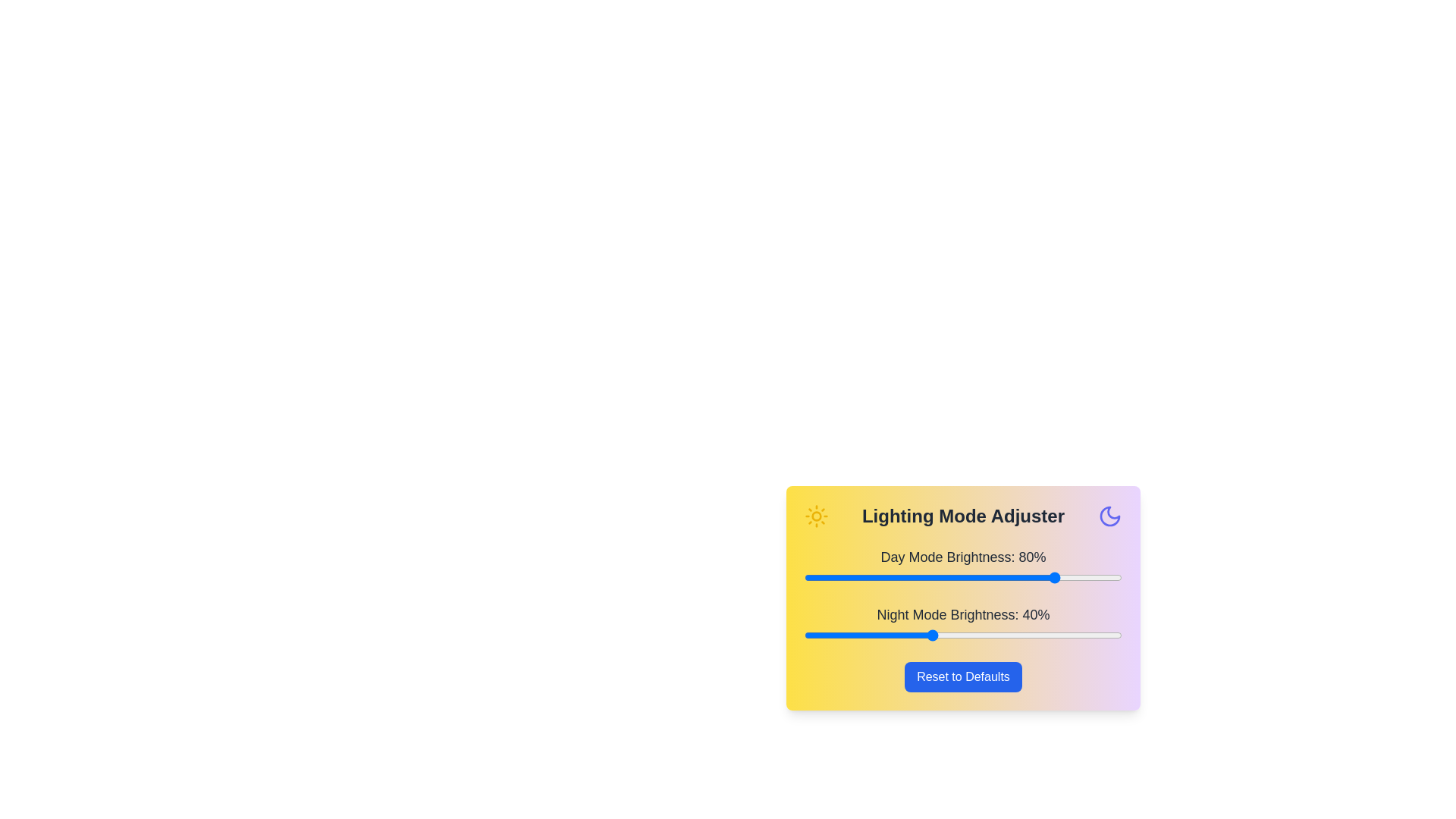 The height and width of the screenshot is (819, 1456). What do you see at coordinates (1094, 578) in the screenshot?
I see `the day mode brightness slider to 91%` at bounding box center [1094, 578].